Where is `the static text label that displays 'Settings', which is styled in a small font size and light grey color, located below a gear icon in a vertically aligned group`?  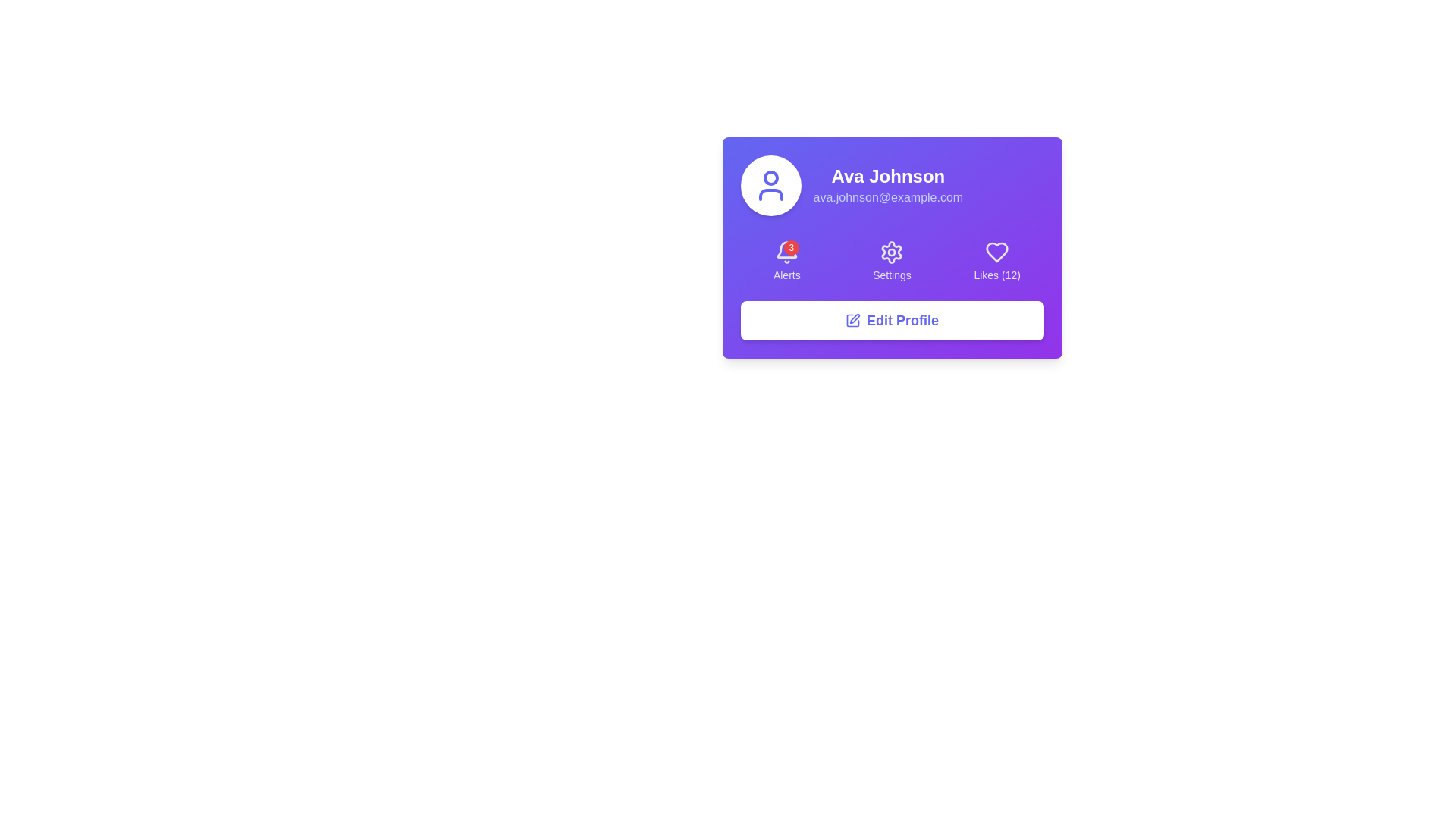
the static text label that displays 'Settings', which is styled in a small font size and light grey color, located below a gear icon in a vertically aligned group is located at coordinates (892, 275).